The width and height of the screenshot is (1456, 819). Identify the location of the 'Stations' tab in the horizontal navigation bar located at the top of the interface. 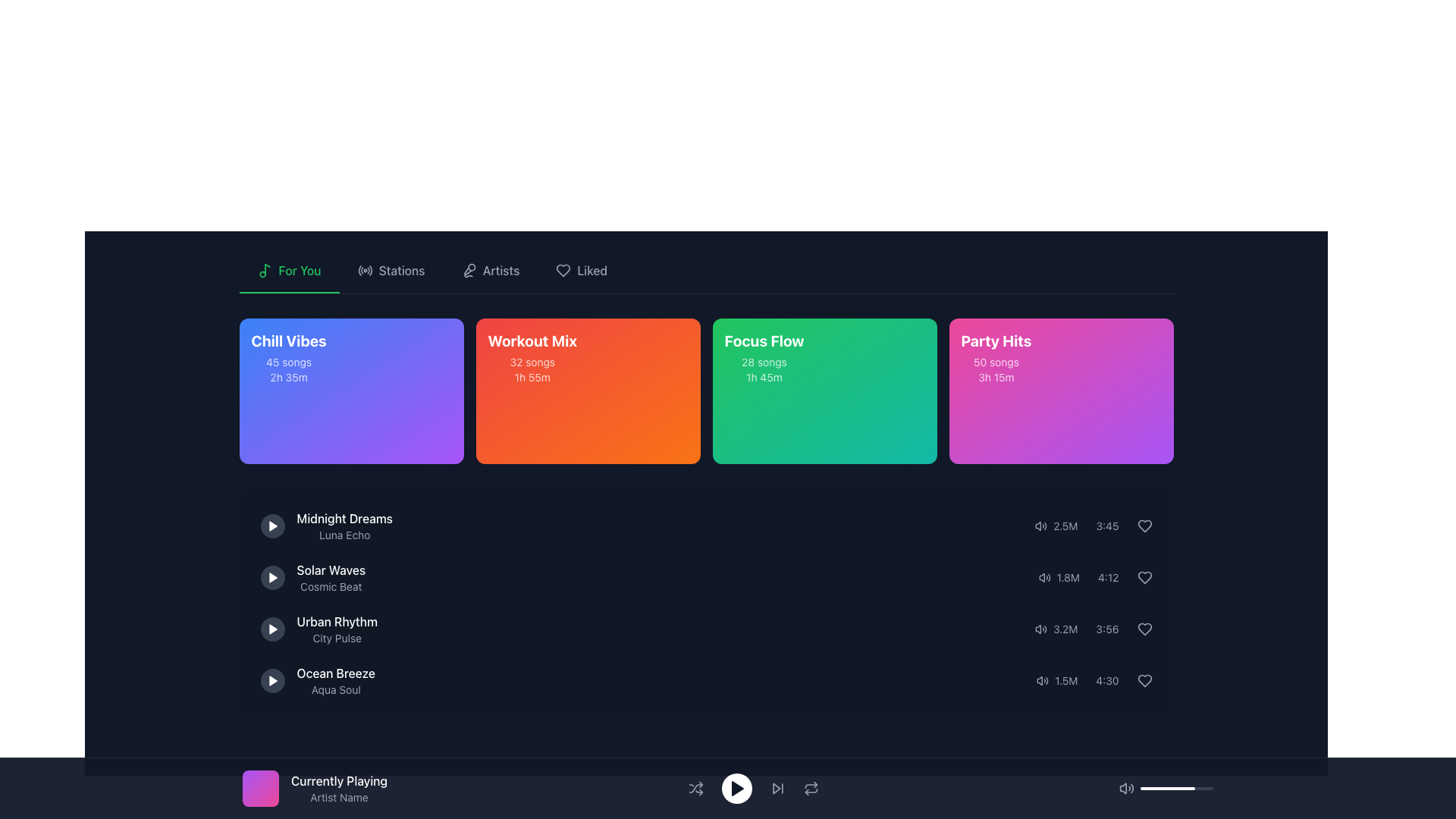
(705, 271).